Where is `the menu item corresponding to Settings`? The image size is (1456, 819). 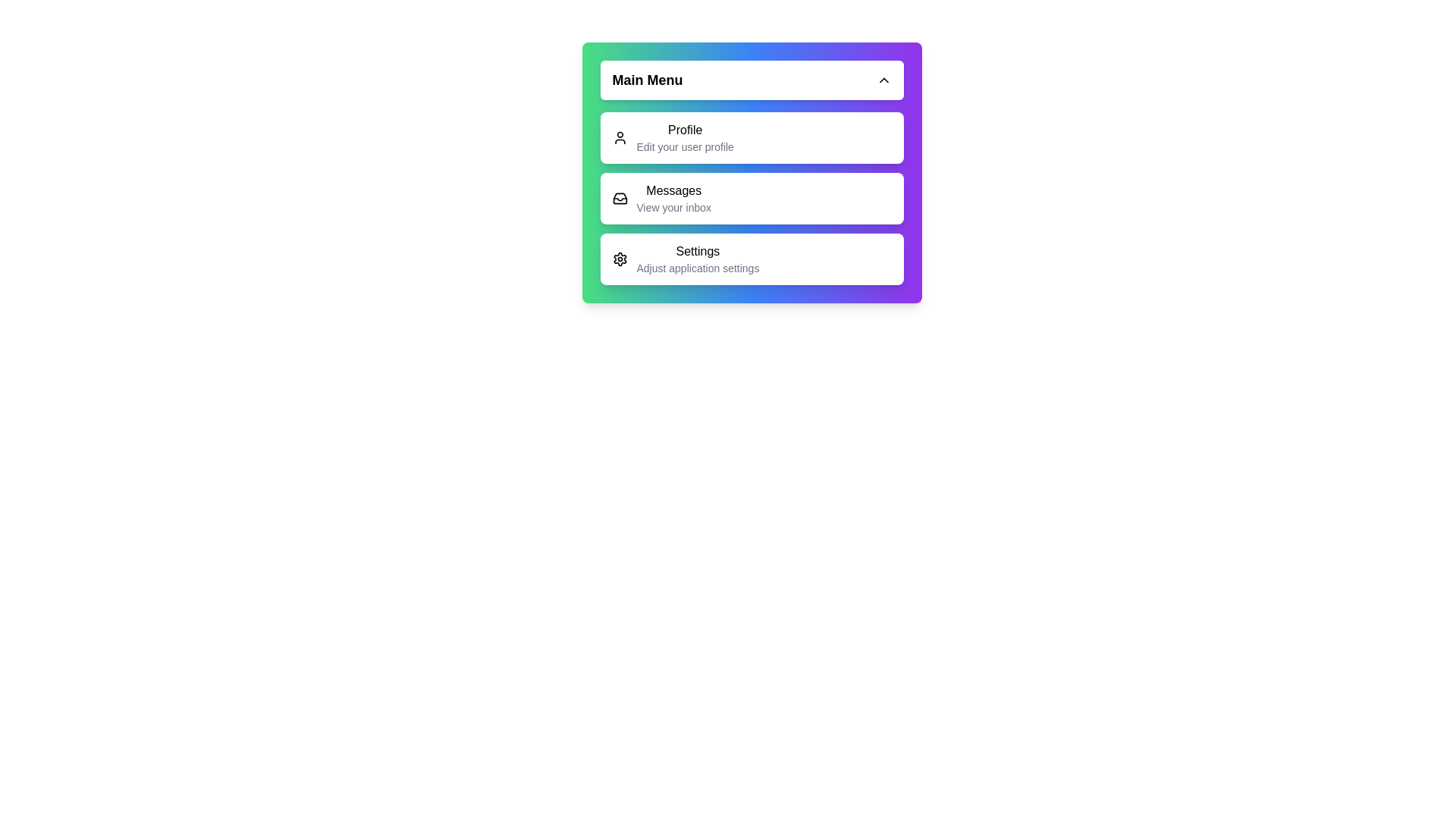
the menu item corresponding to Settings is located at coordinates (752, 259).